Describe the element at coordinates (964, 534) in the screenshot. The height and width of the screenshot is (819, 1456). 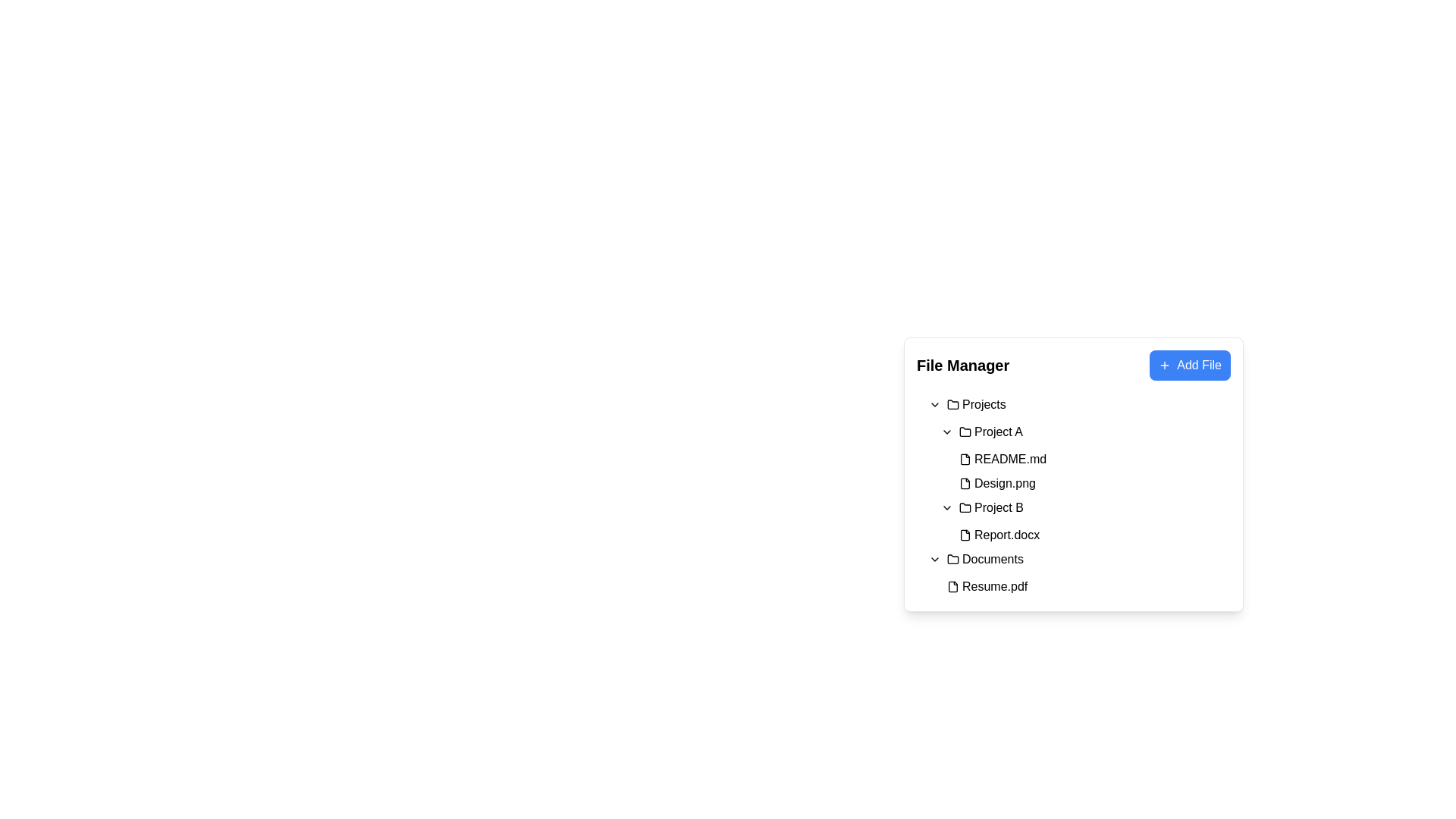
I see `the file icon associated with 'Report.docx' under 'Project B' by clicking on it` at that location.